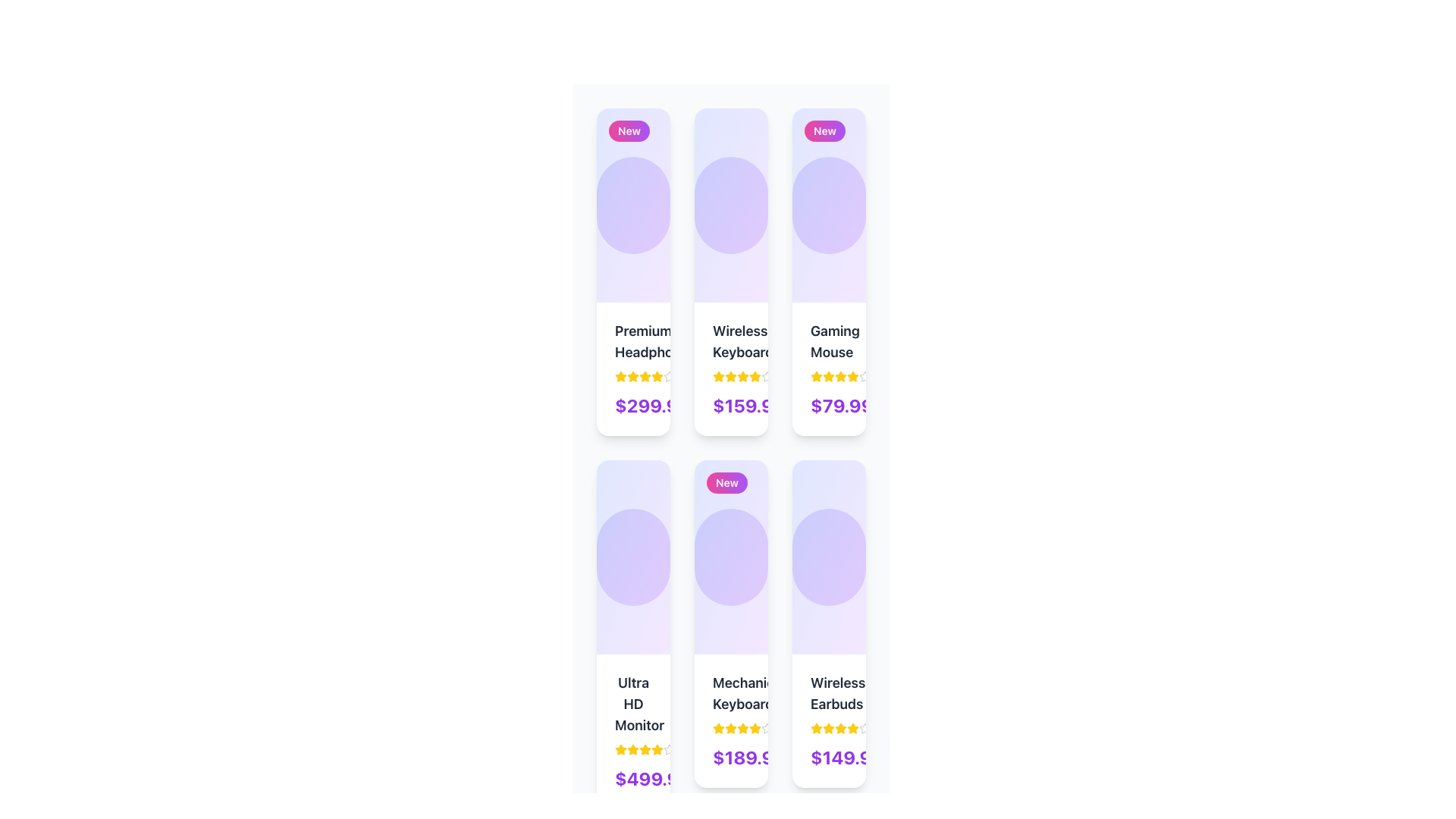 This screenshot has width=1456, height=819. I want to click on the rating component below the product name 'Premium Headphones' and above the price label '$299.99' to interact with it, so click(633, 376).